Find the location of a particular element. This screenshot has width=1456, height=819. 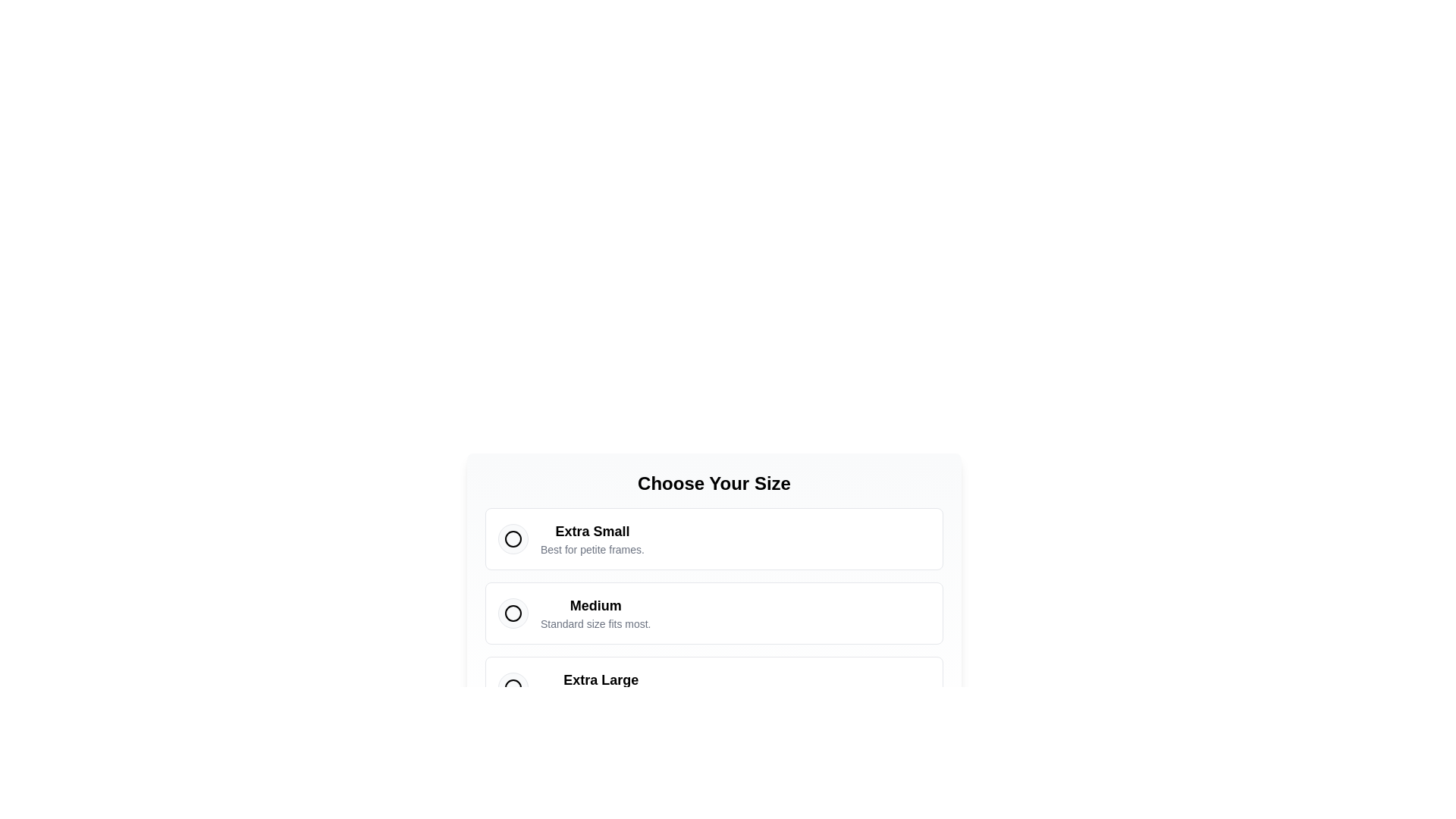

the inner circle of the SVG icon that is part of the selection mechanism adjacent to the 'Extra Large' label is located at coordinates (513, 687).